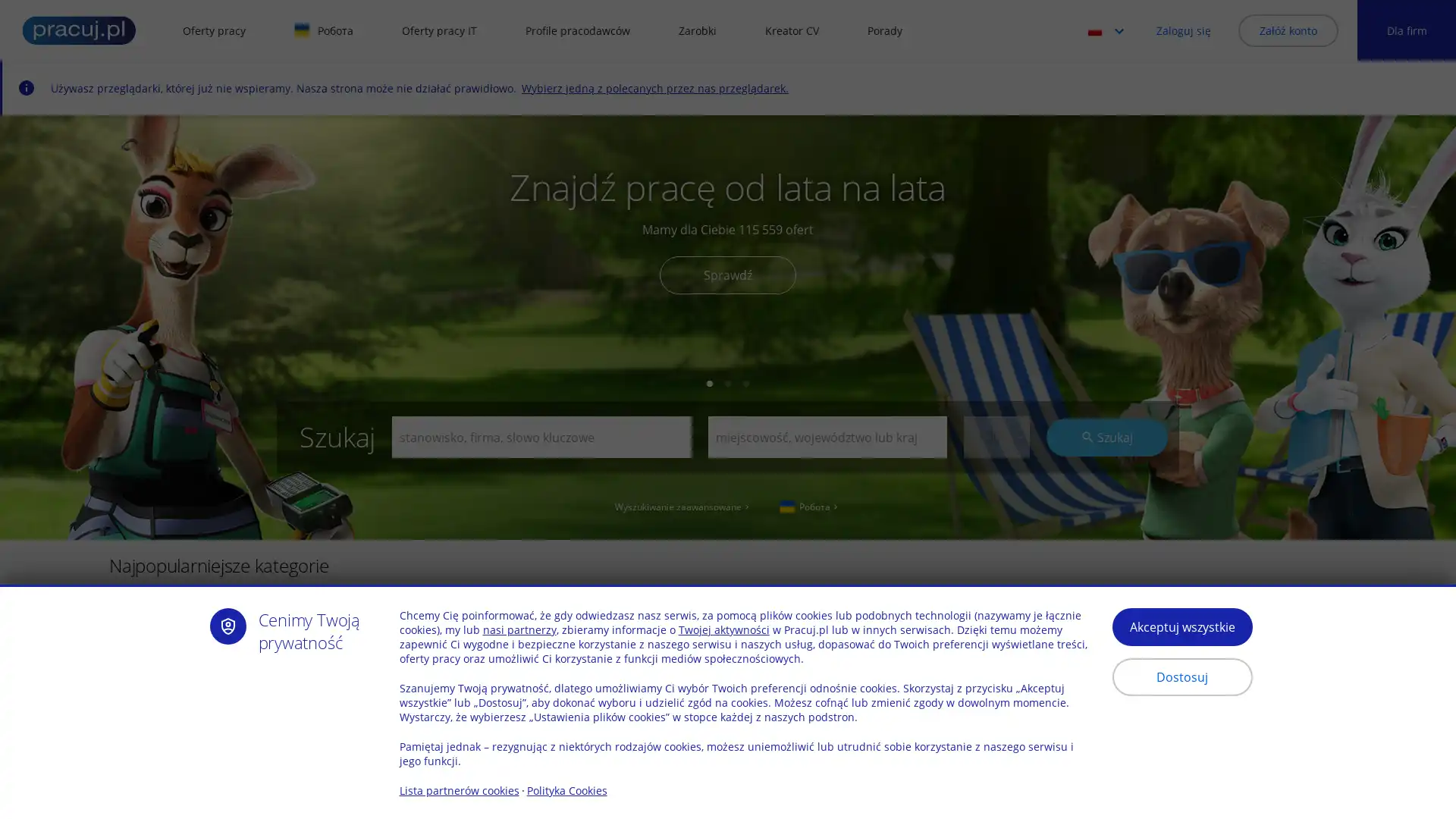  Describe the element at coordinates (1110, 30) in the screenshot. I see `pl` at that location.